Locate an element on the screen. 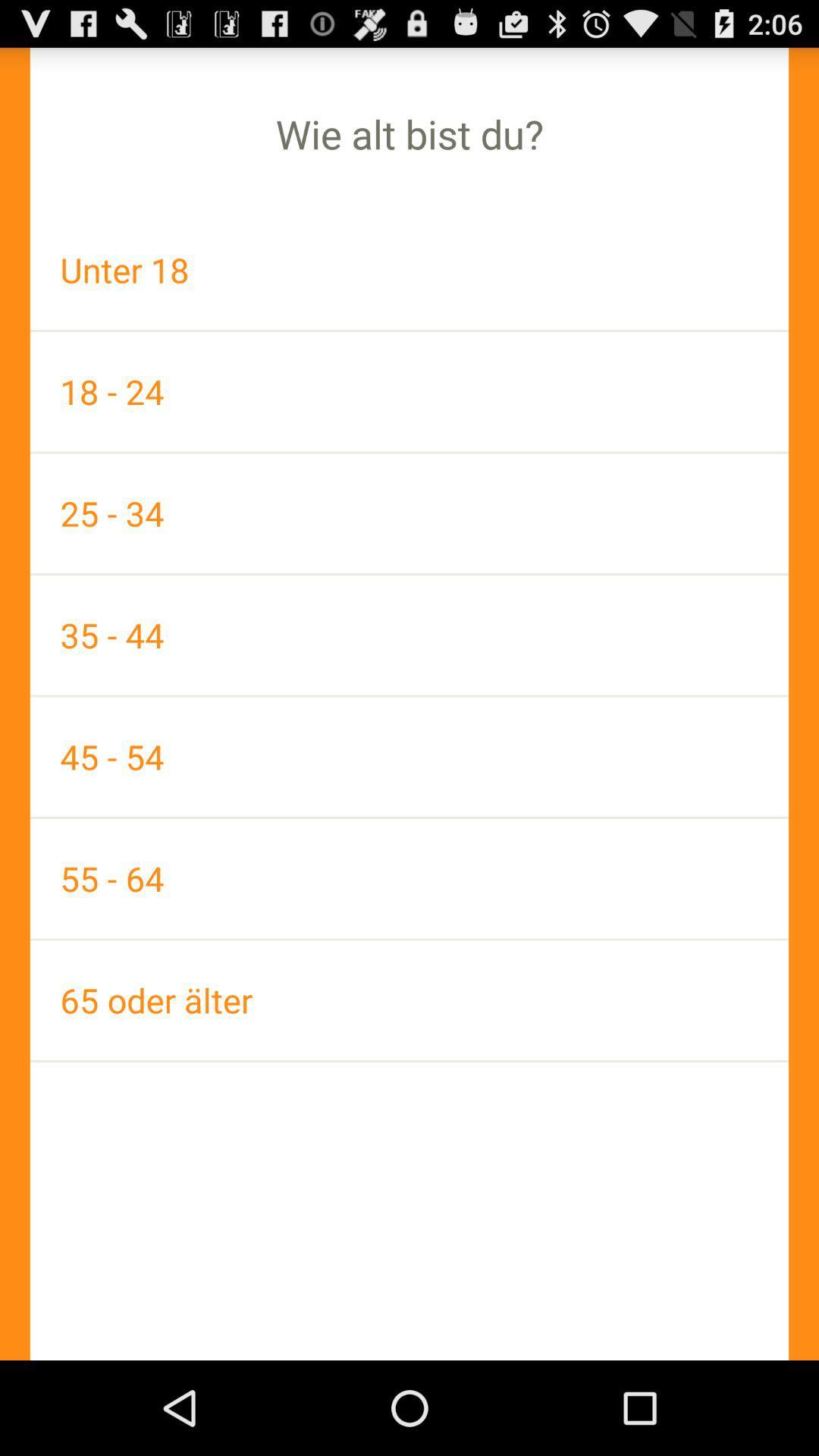 This screenshot has height=1456, width=819. 55 - 64 is located at coordinates (409, 878).